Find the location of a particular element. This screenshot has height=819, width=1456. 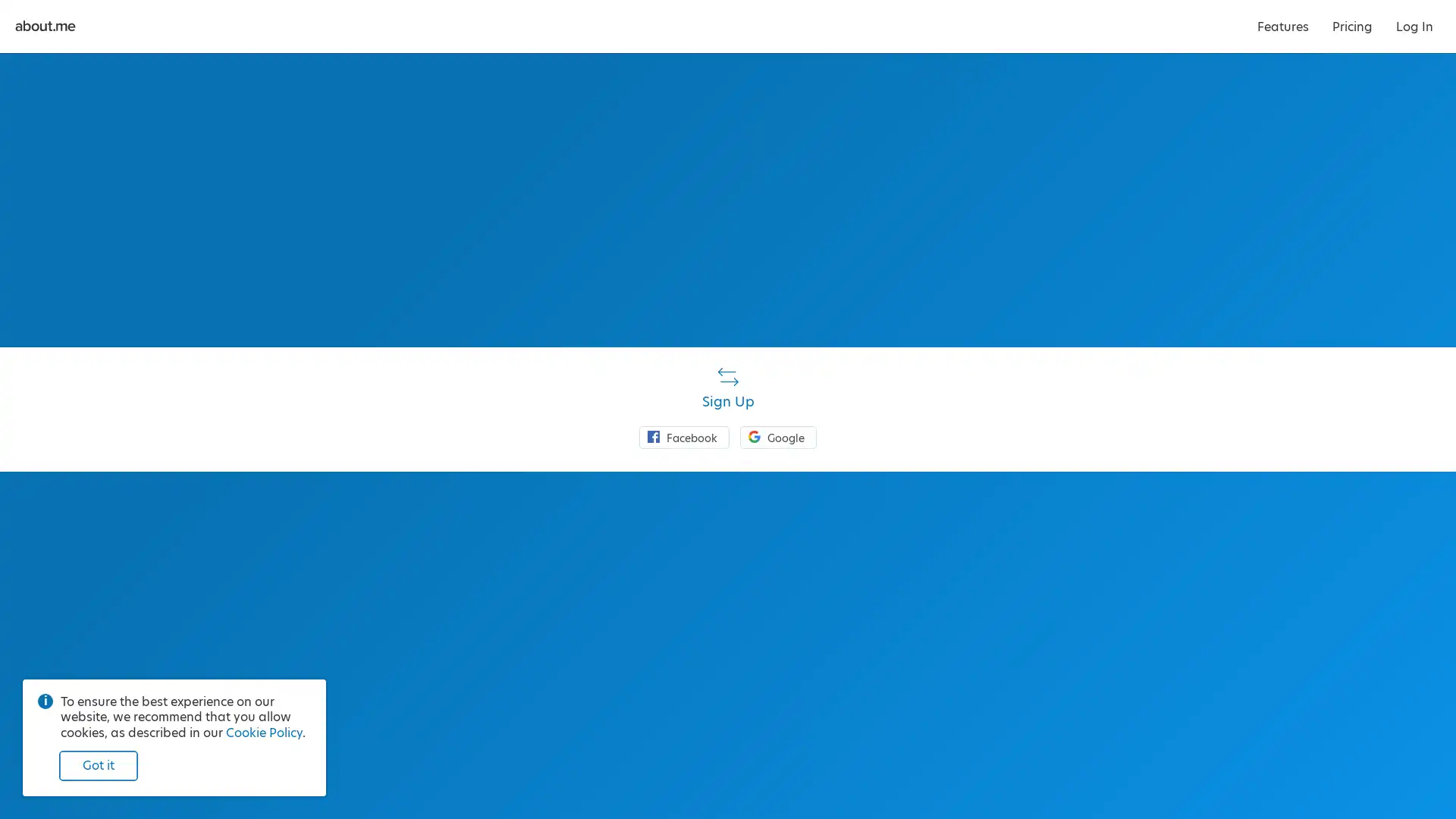

Google is located at coordinates (778, 436).